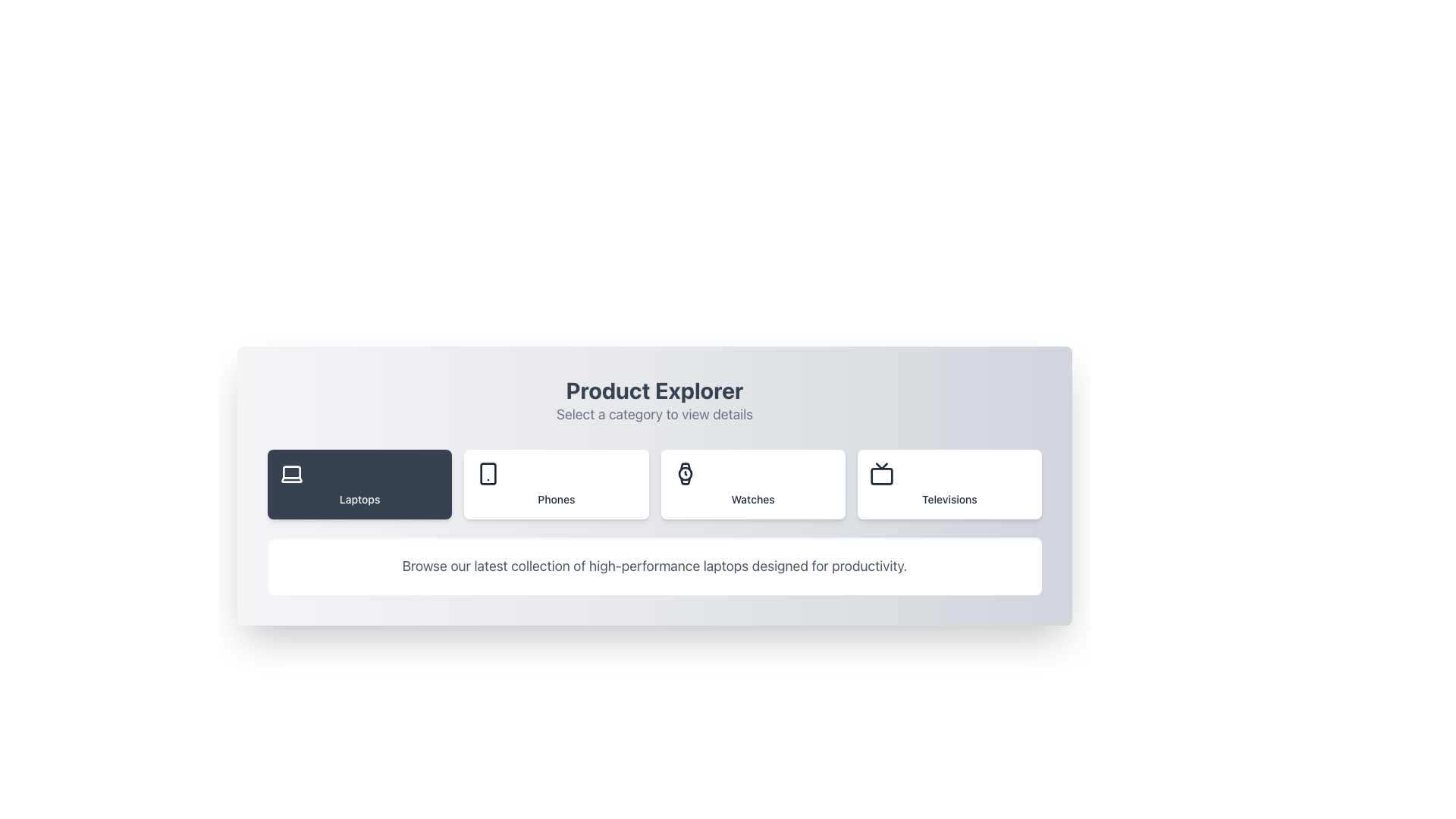 This screenshot has width=1456, height=819. Describe the element at coordinates (654, 566) in the screenshot. I see `the text block that displays 'Browse our latest collection of high-performance laptops designed for productivity.' which is located below the buttons in the 'Product Explorer' section` at that location.